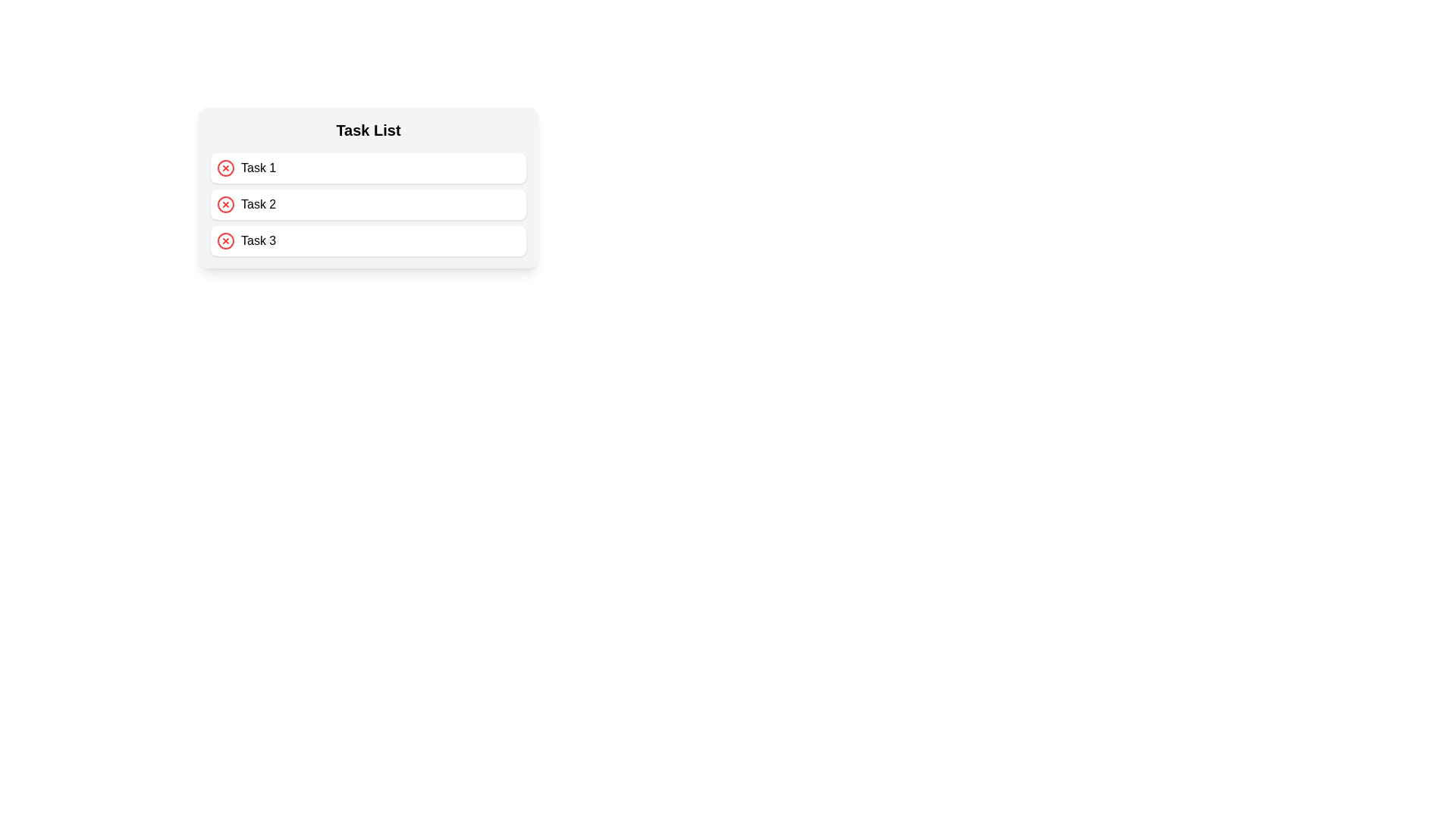 This screenshot has width=1456, height=819. What do you see at coordinates (246, 205) in the screenshot?
I see `the text 'Task 2' next to the circular red icon with a white 'X' to edit the task content` at bounding box center [246, 205].